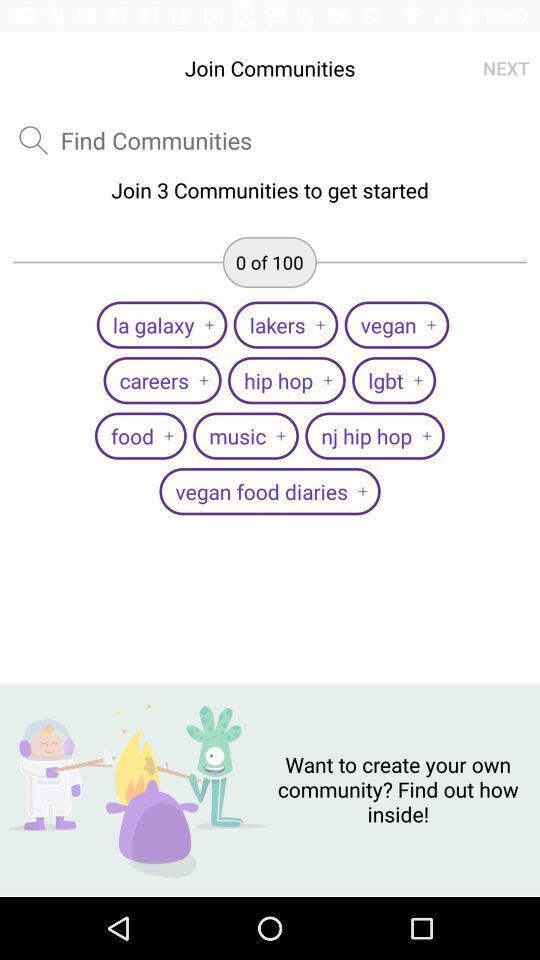  What do you see at coordinates (155, 139) in the screenshot?
I see `type the communities name` at bounding box center [155, 139].